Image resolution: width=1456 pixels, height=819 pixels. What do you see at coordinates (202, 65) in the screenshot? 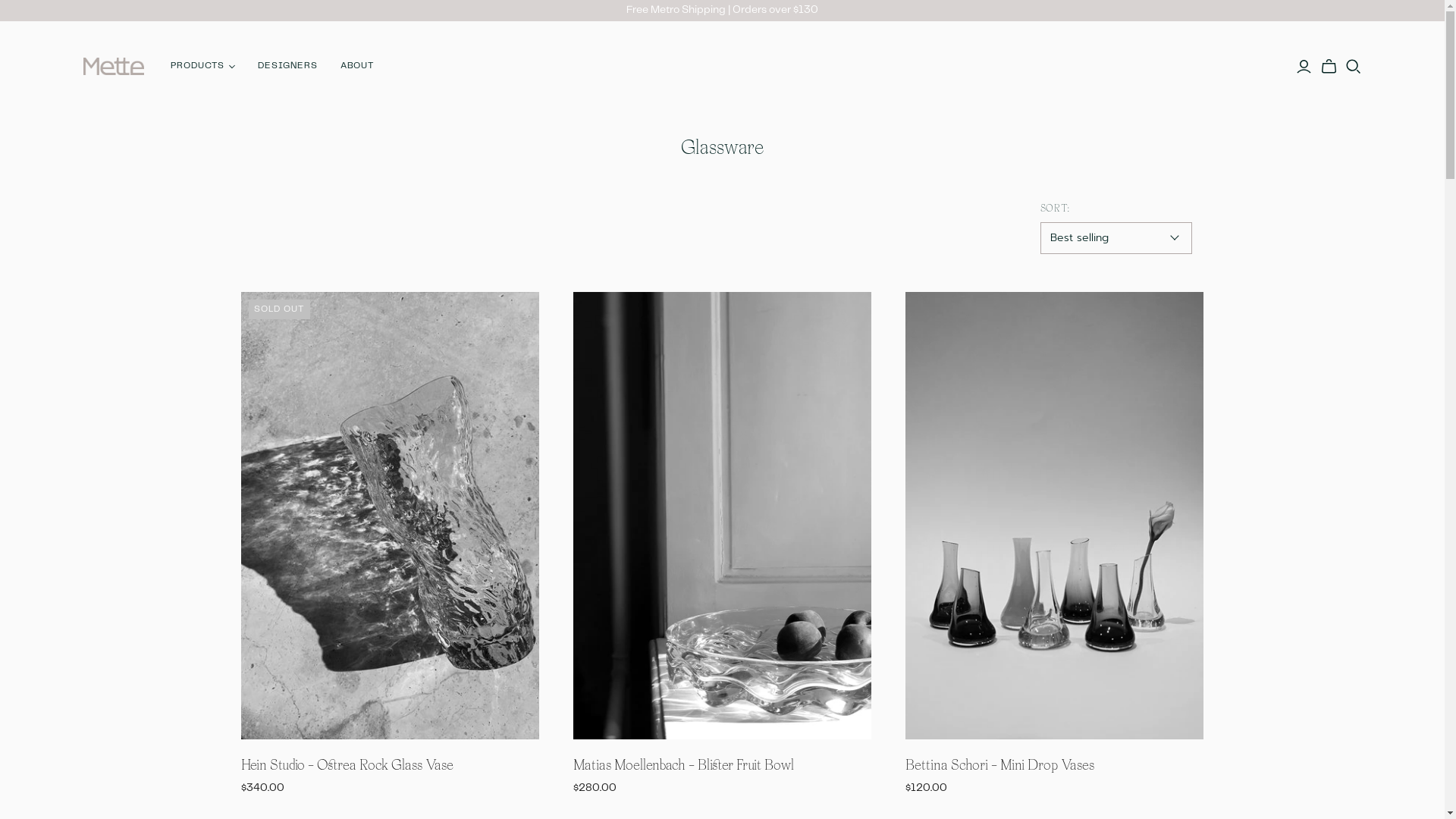
I see `'PRODUCTS'` at bounding box center [202, 65].